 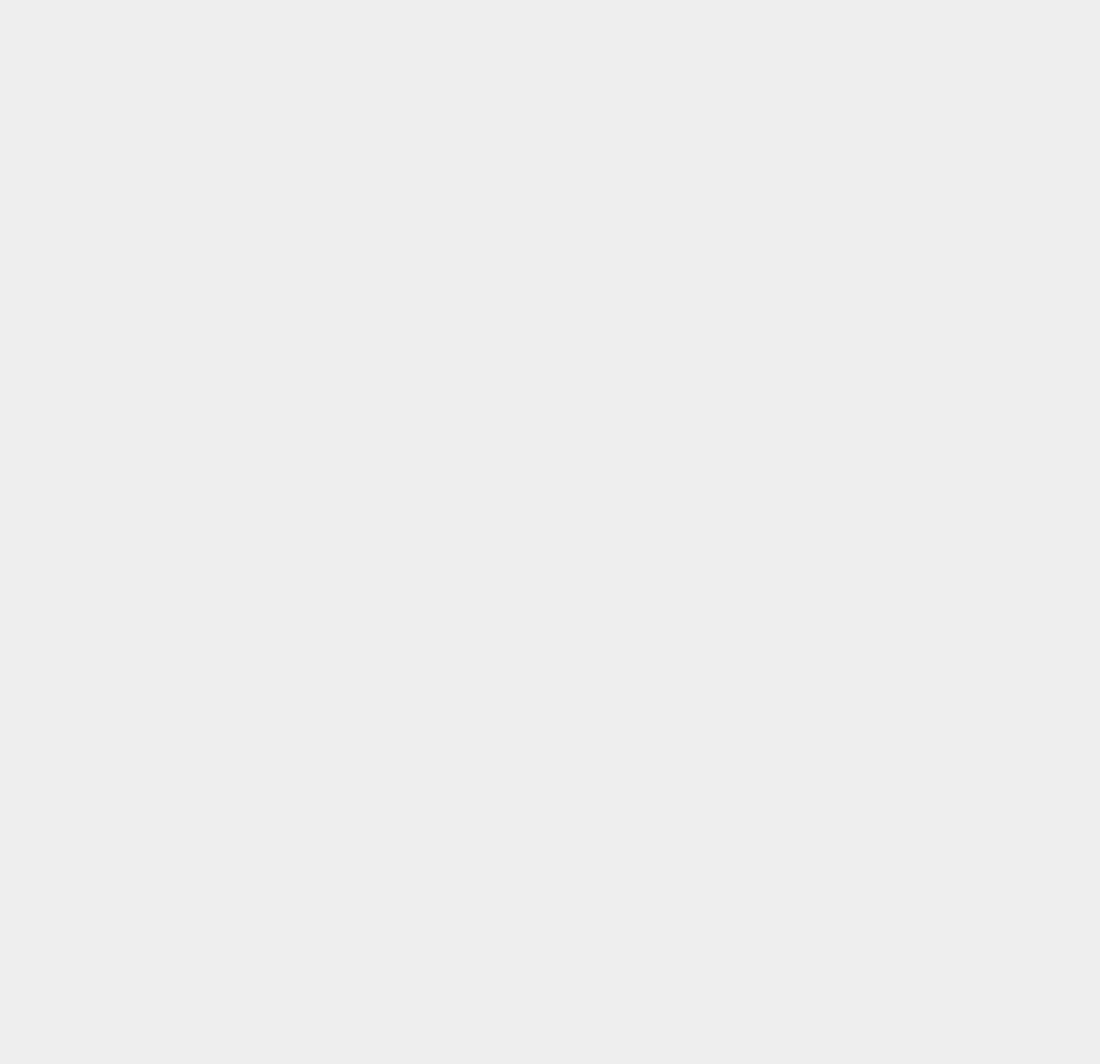 What do you see at coordinates (800, 426) in the screenshot?
I see `'iOS 7.1'` at bounding box center [800, 426].